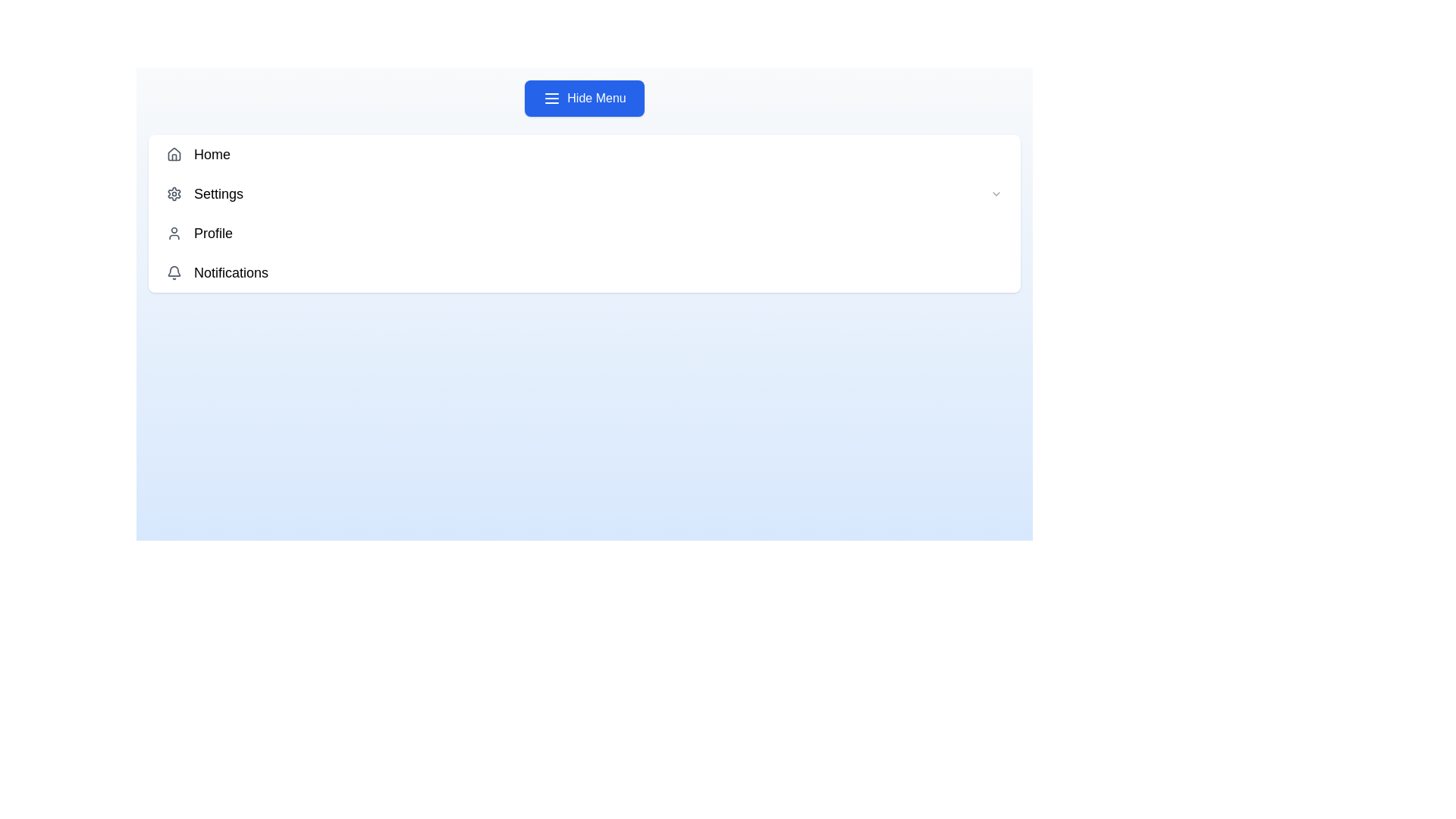 The height and width of the screenshot is (819, 1456). What do you see at coordinates (174, 271) in the screenshot?
I see `the bell icon representing the notifications section of the application` at bounding box center [174, 271].